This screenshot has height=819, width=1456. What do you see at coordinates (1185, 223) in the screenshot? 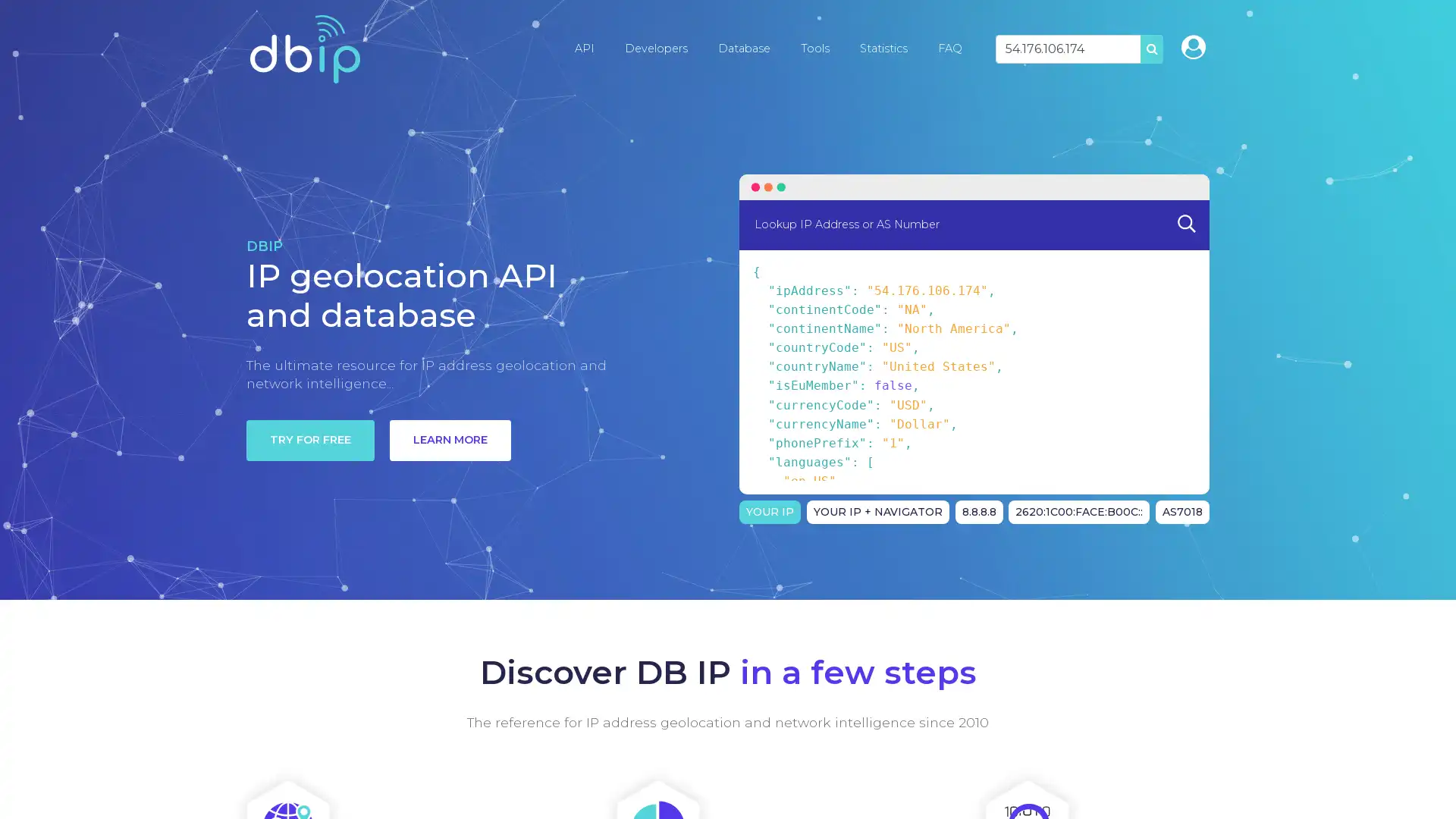
I see `Submit` at bounding box center [1185, 223].